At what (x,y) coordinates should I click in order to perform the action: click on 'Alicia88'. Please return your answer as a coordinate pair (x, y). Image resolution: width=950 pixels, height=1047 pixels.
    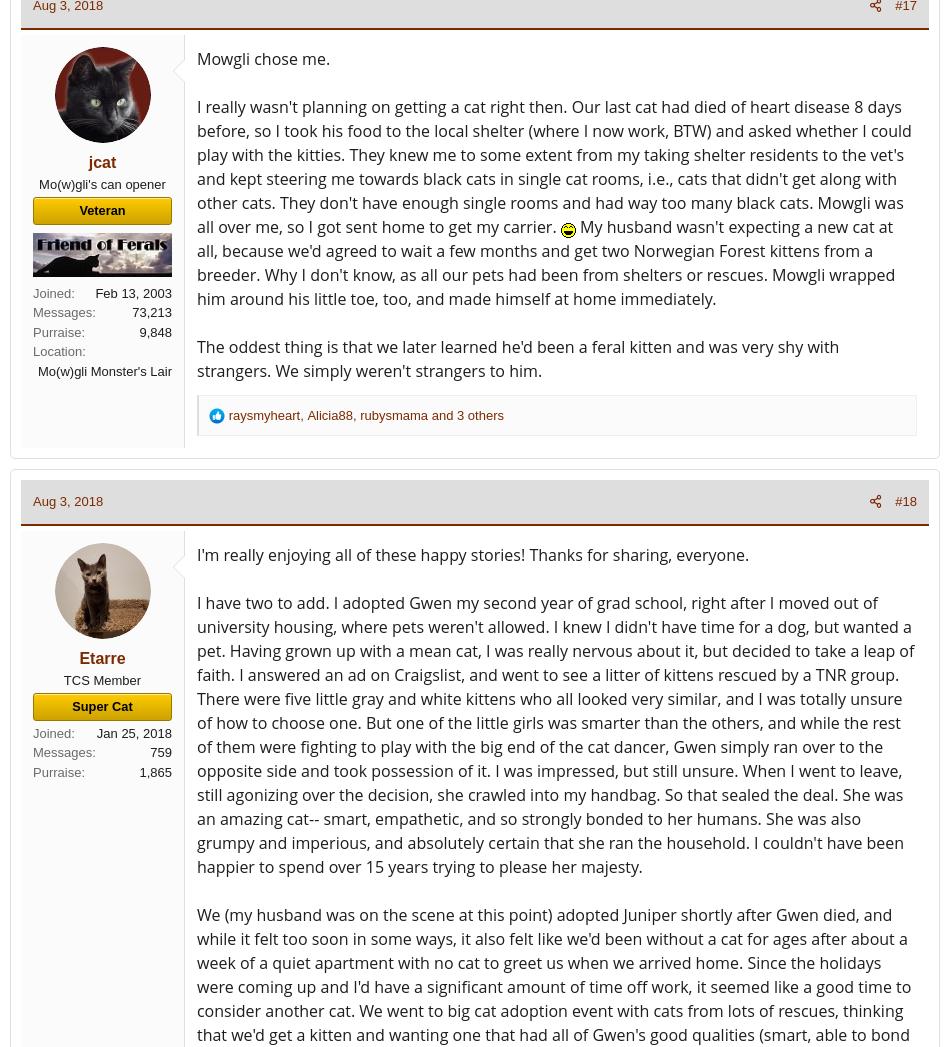
    Looking at the image, I should click on (328, 413).